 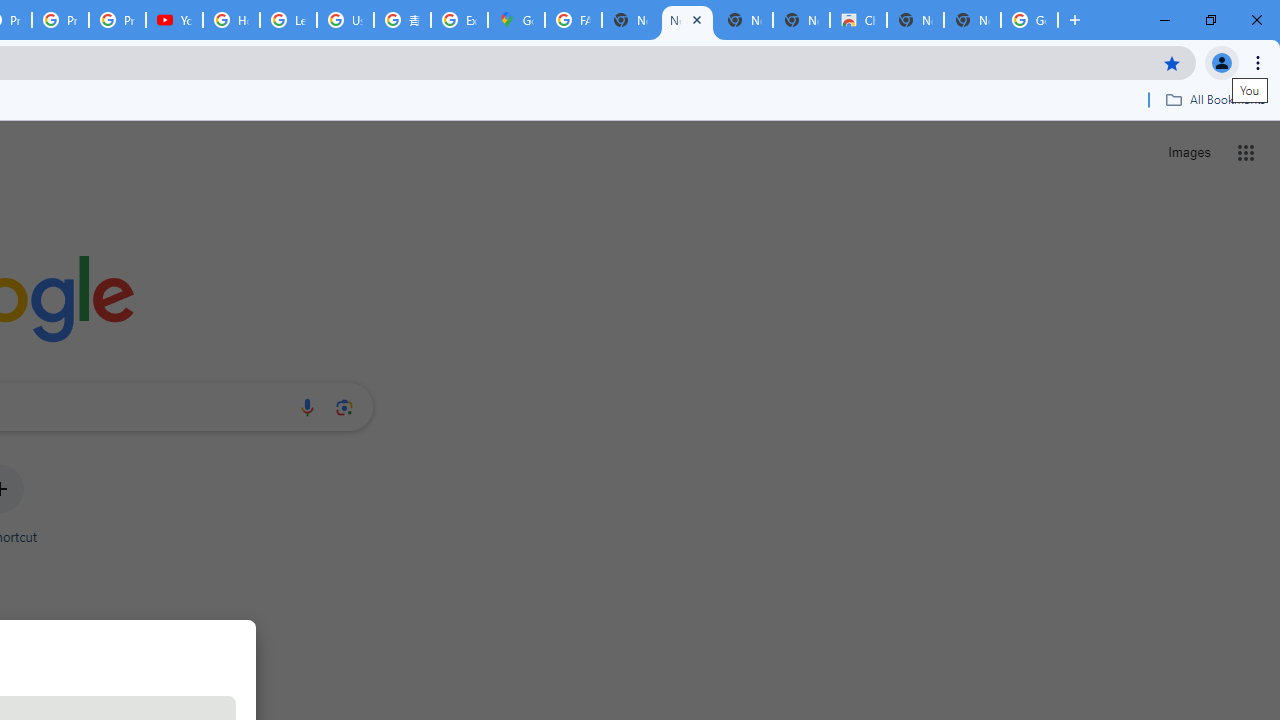 What do you see at coordinates (116, 20) in the screenshot?
I see `'Privacy Checkup'` at bounding box center [116, 20].